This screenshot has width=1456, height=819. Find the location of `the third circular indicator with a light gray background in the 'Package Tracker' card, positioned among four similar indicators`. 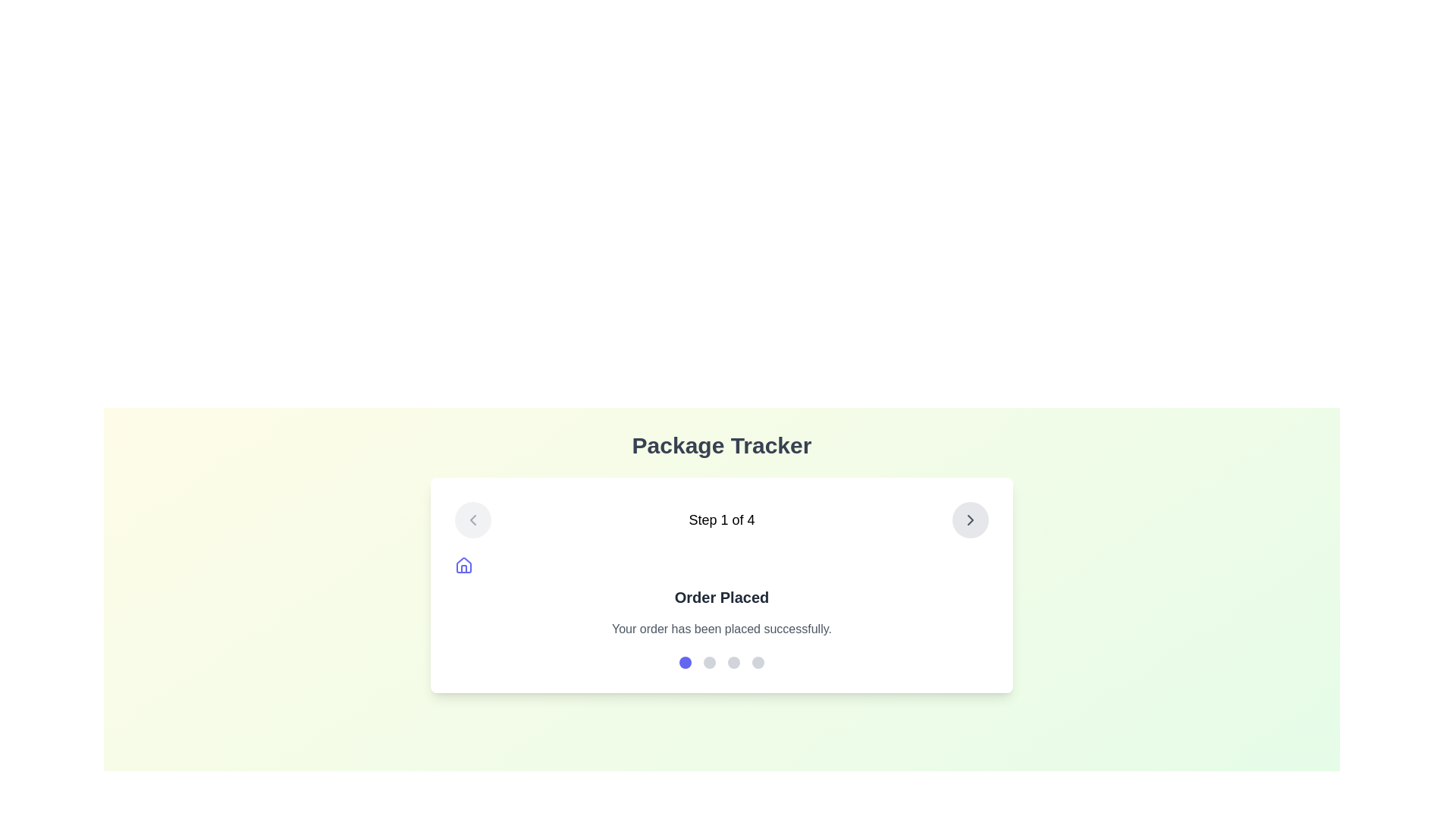

the third circular indicator with a light gray background in the 'Package Tracker' card, positioned among four similar indicators is located at coordinates (734, 662).